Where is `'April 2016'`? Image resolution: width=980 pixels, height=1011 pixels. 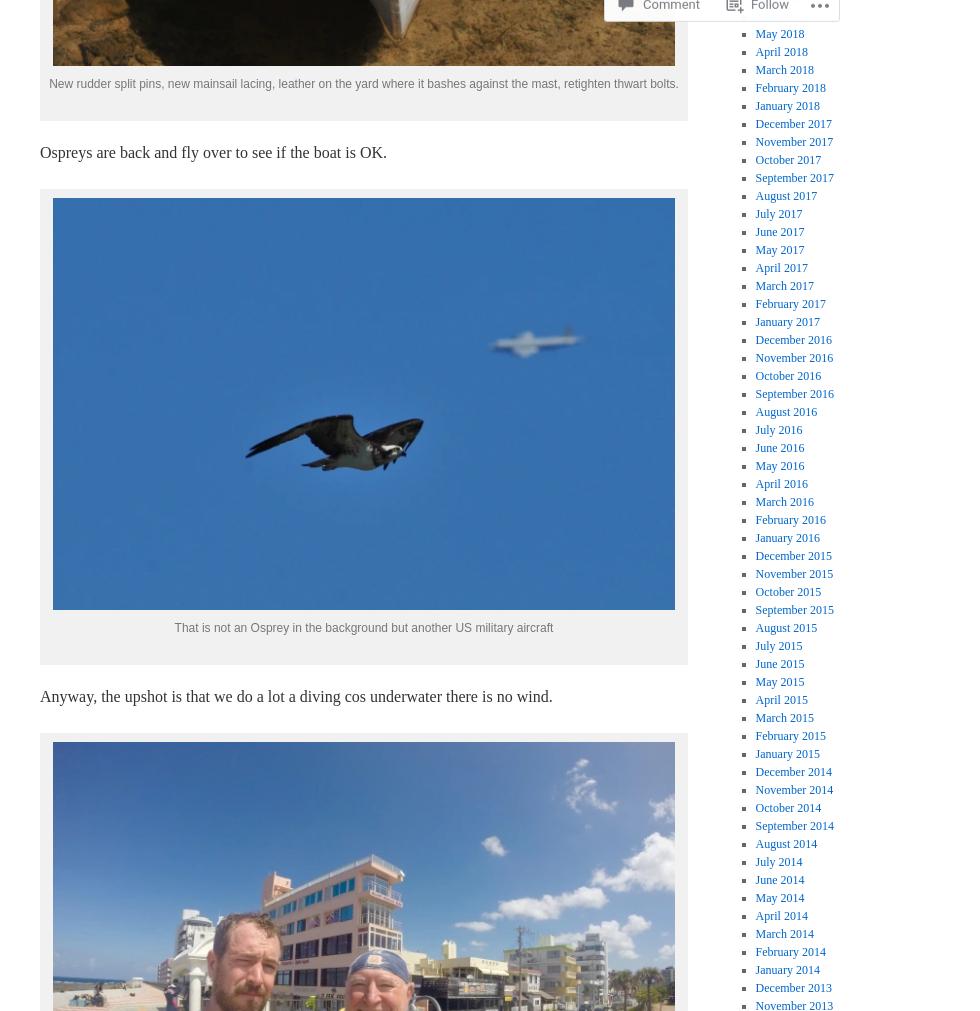
'April 2016' is located at coordinates (780, 481).